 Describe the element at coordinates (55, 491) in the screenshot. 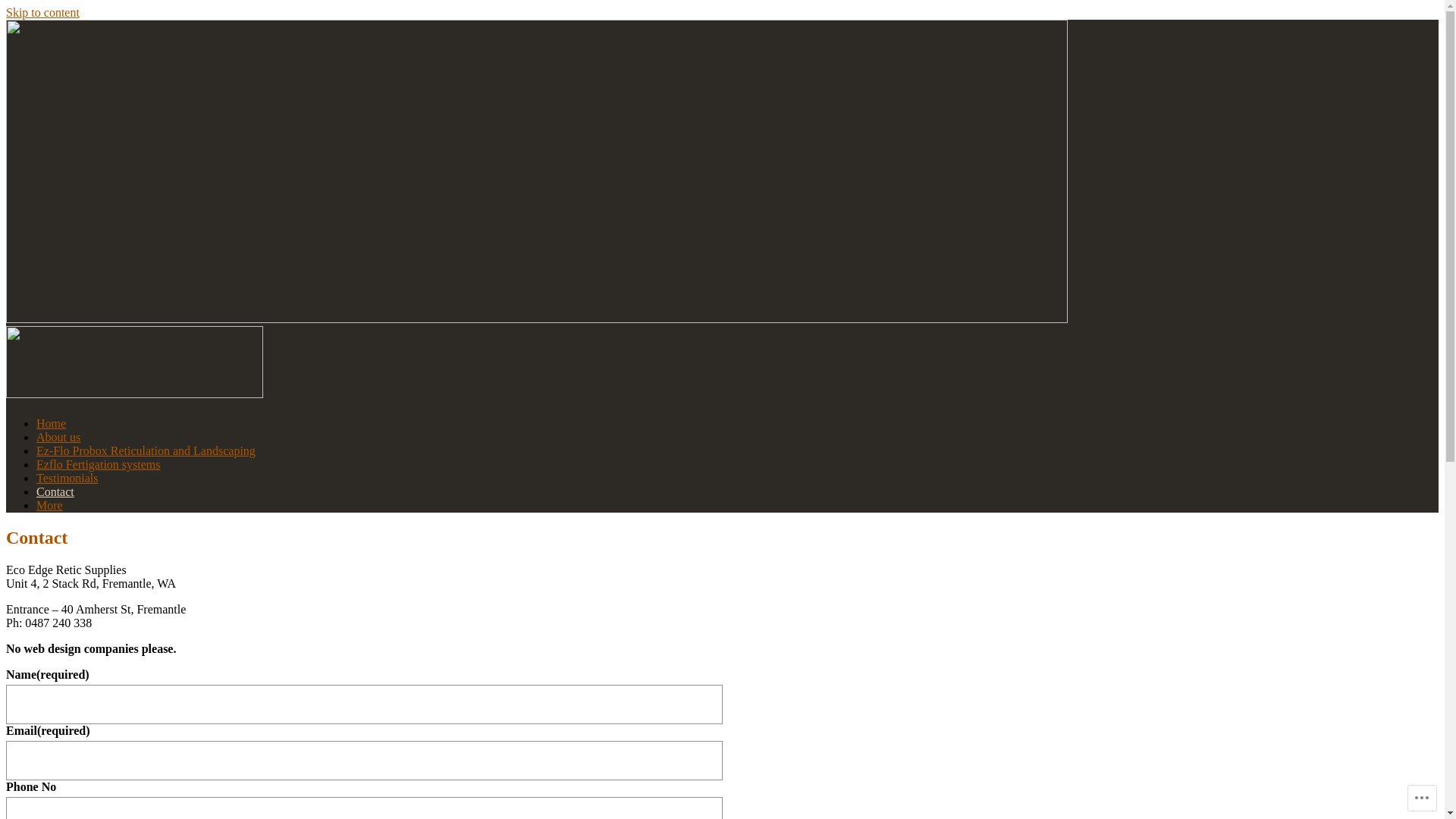

I see `'Contact'` at that location.